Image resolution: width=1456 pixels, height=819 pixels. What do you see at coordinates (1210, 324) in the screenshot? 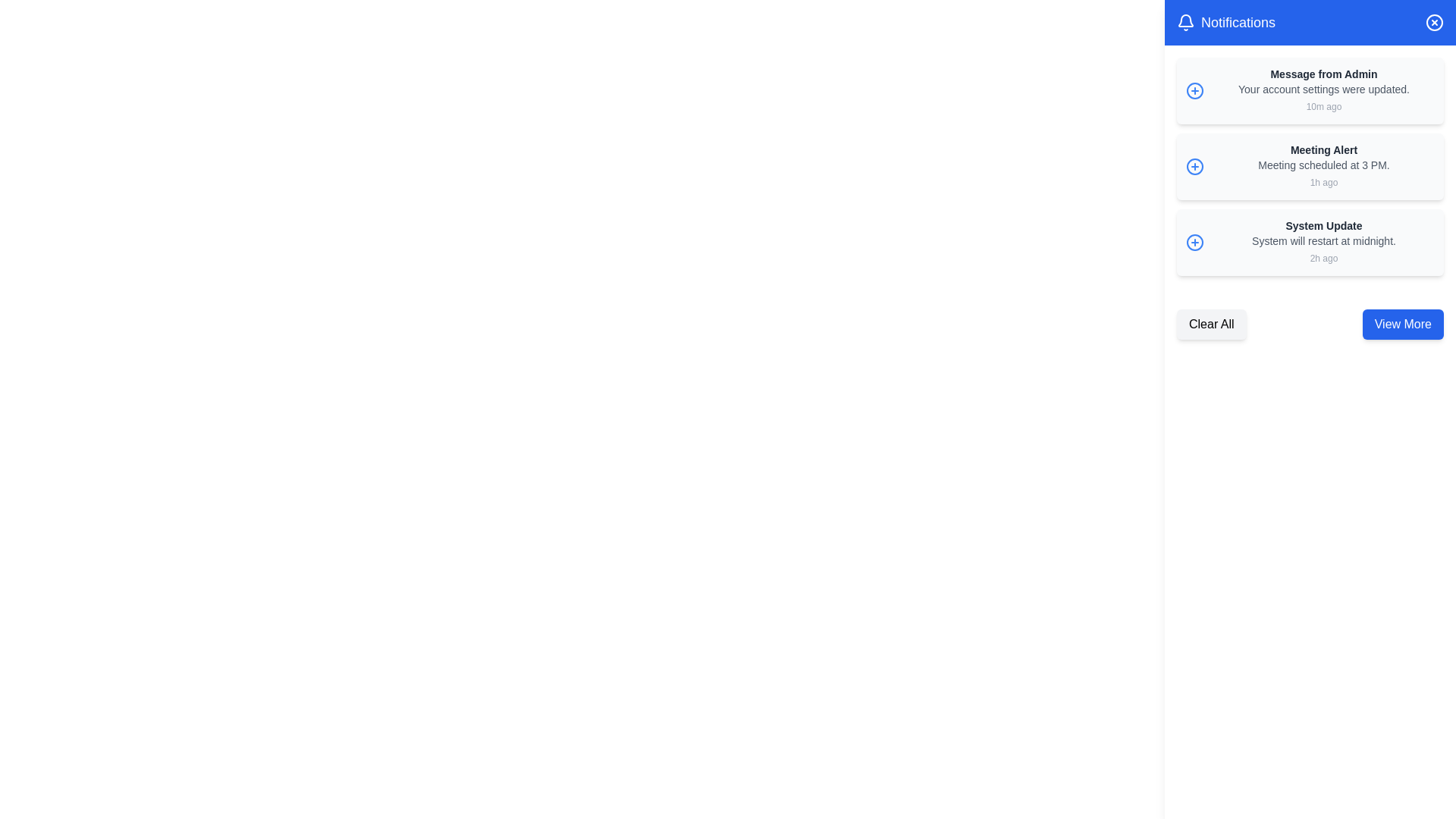
I see `the 'Clear All' button, which is a rectangular button with a gray background and rounded corners, to clear all notifications` at bounding box center [1210, 324].